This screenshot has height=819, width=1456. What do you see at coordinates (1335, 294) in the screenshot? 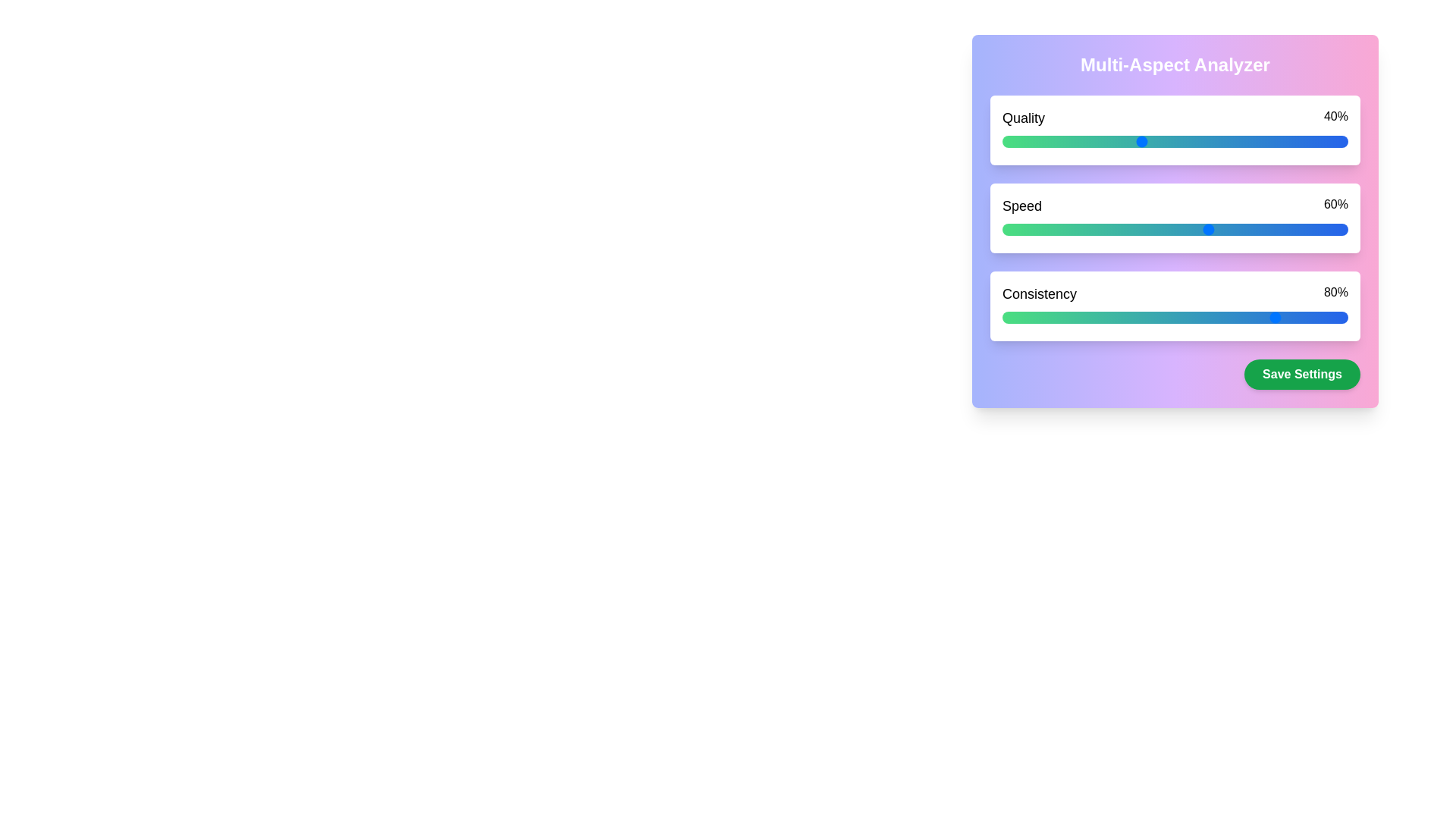
I see `the static text label displaying the percentage value for the 'Consistency' category located at the bottom section of the form` at bounding box center [1335, 294].